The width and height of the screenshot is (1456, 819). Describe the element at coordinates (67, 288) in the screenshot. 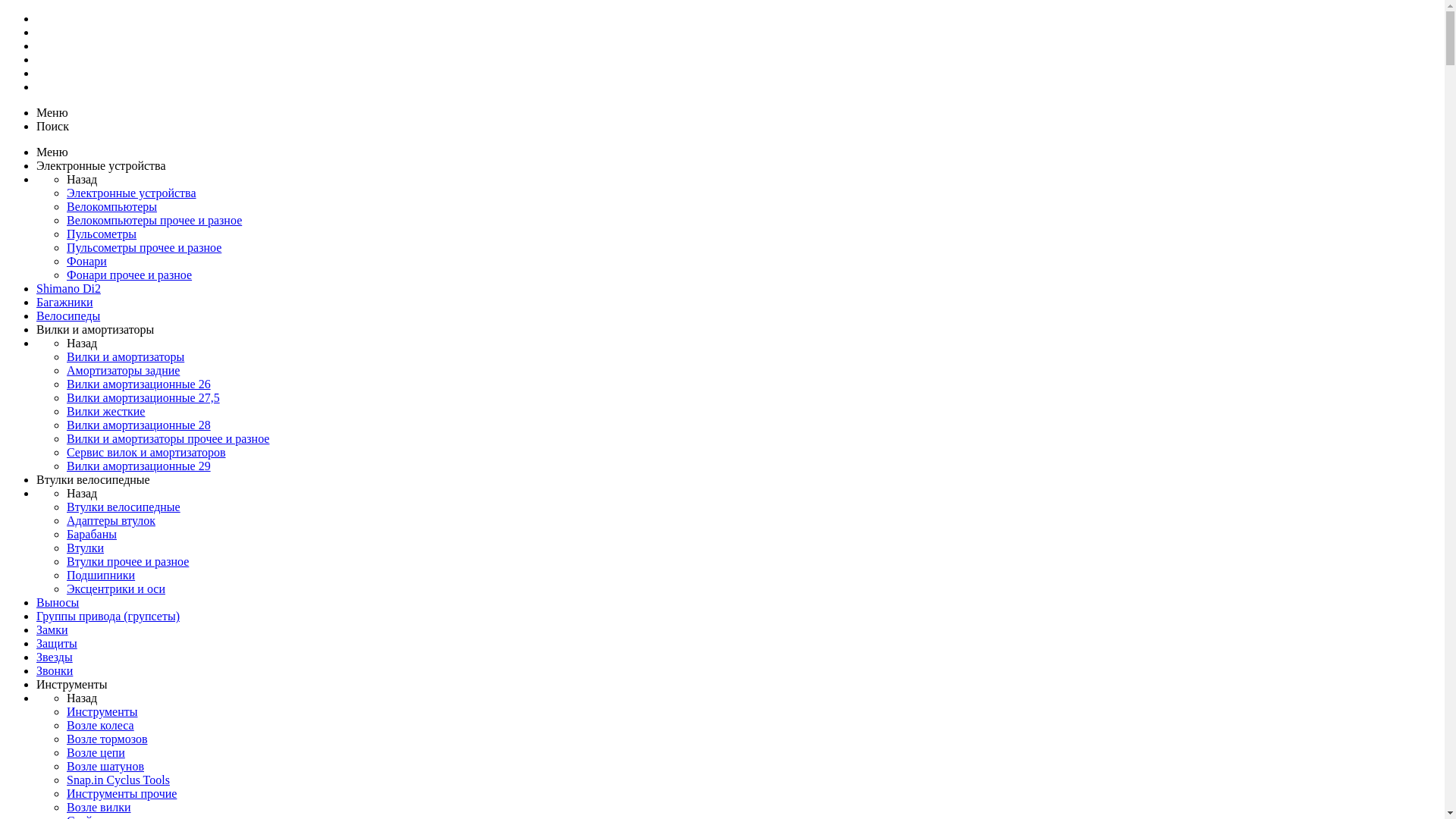

I see `'Shimano Di2'` at that location.